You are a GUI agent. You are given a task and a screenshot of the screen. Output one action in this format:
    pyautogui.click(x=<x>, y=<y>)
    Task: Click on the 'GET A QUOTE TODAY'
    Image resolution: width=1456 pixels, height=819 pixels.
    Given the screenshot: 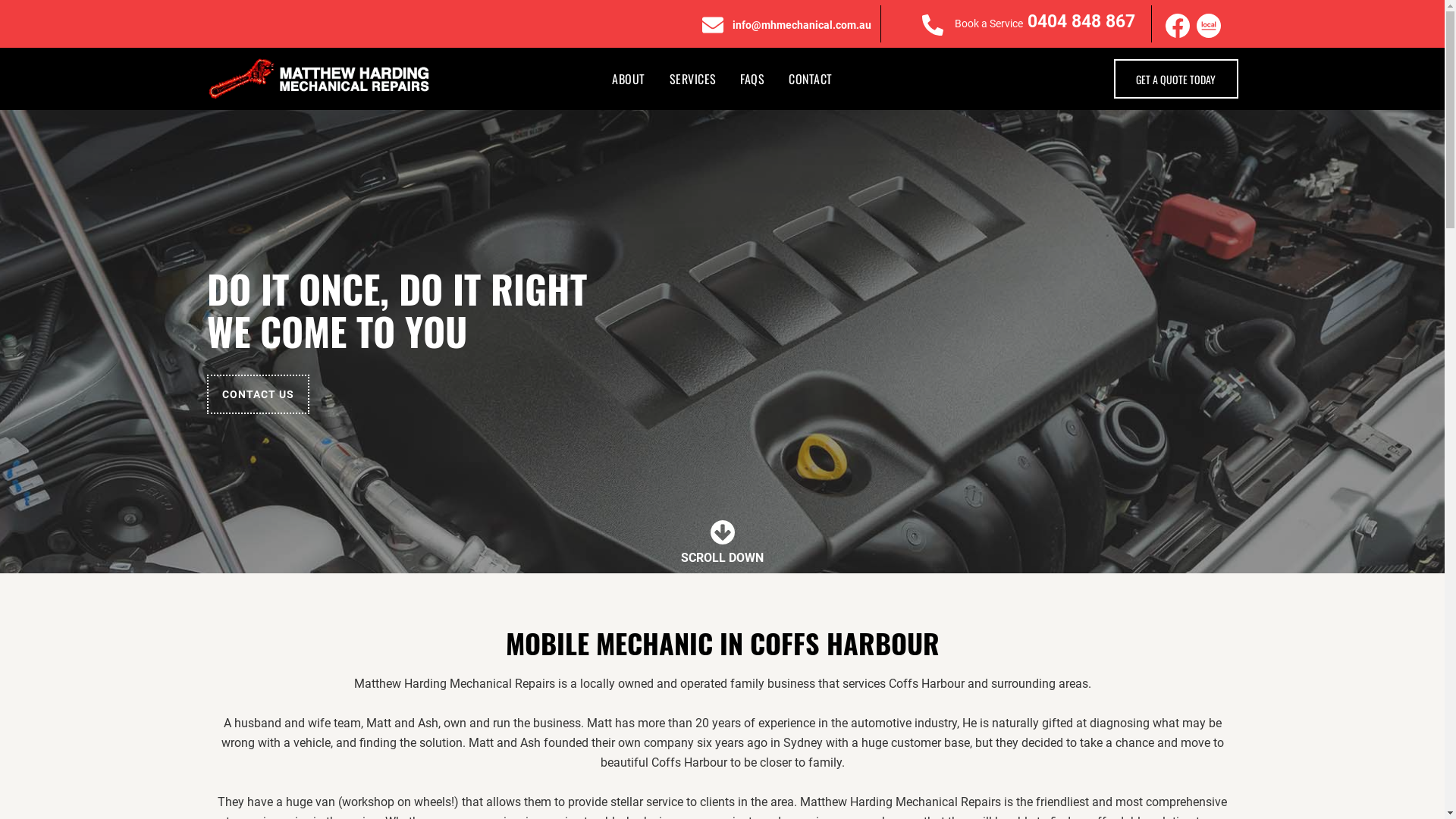 What is the action you would take?
    pyautogui.click(x=1113, y=79)
    